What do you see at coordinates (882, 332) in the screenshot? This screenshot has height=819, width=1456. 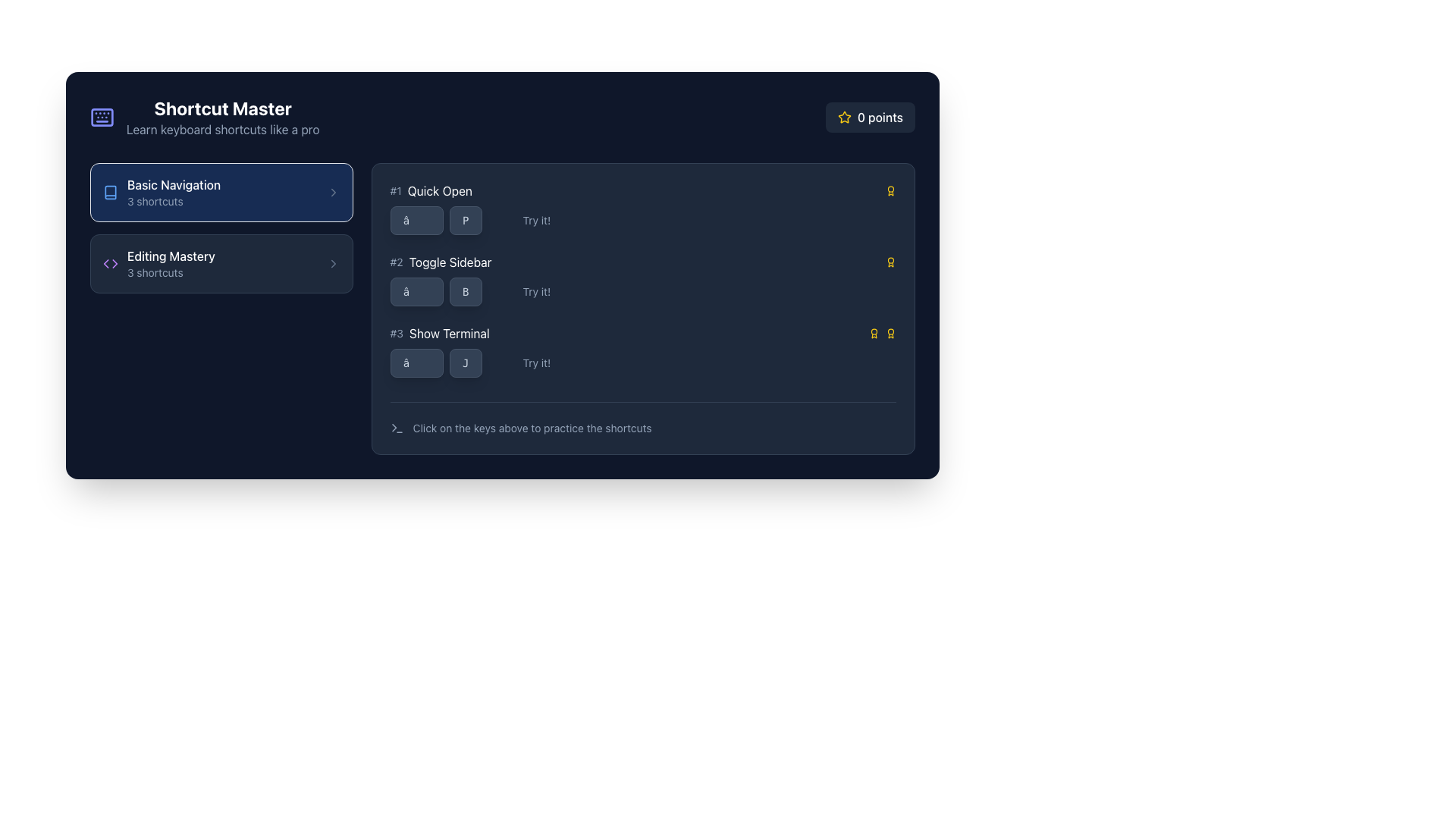 I see `the icon group consisting of two adjacent medal-style icons with yellow accents located in the top-right corner of the '#3 Show Terminal' row` at bounding box center [882, 332].